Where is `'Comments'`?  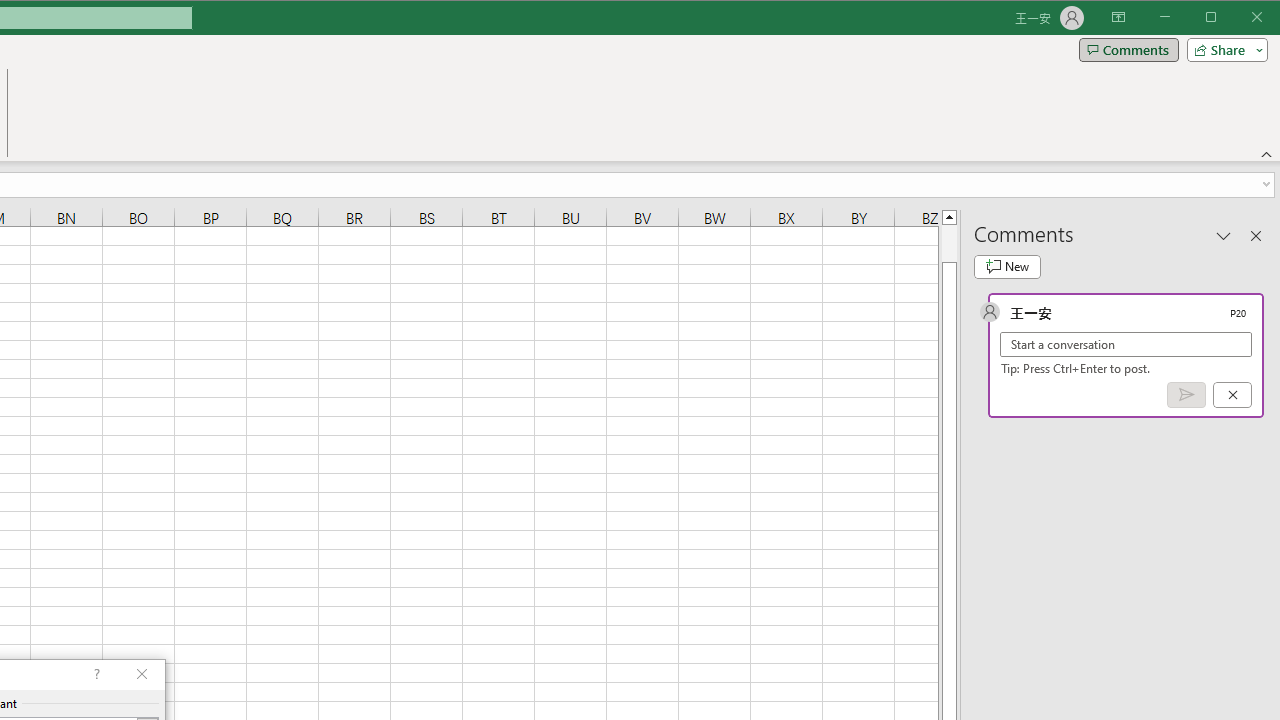
'Comments' is located at coordinates (1128, 49).